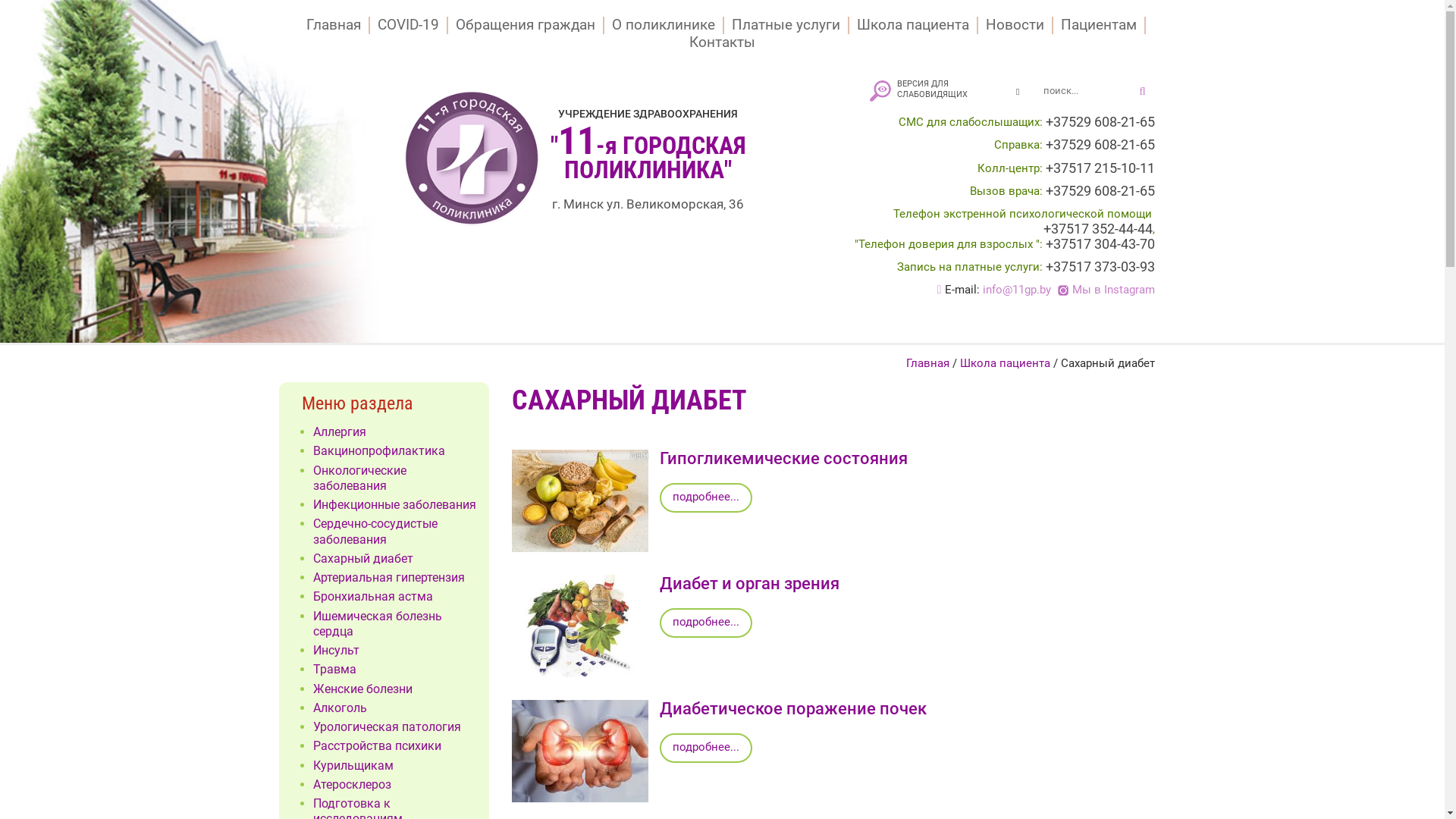 The image size is (1456, 819). I want to click on '+37529 608-21-65', so click(1099, 145).